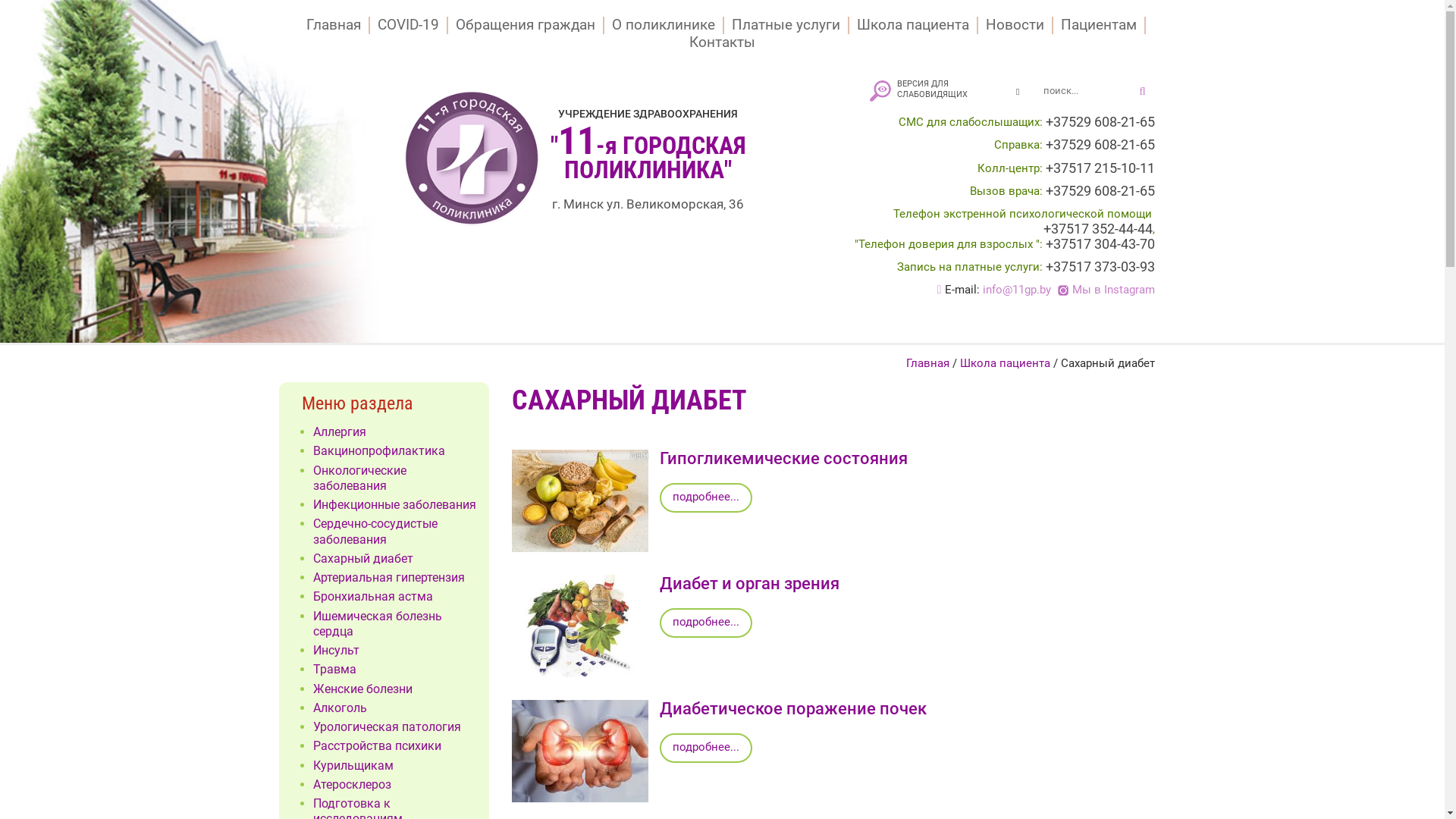 The image size is (1456, 819). I want to click on '+37529 608-21-65', so click(1099, 145).